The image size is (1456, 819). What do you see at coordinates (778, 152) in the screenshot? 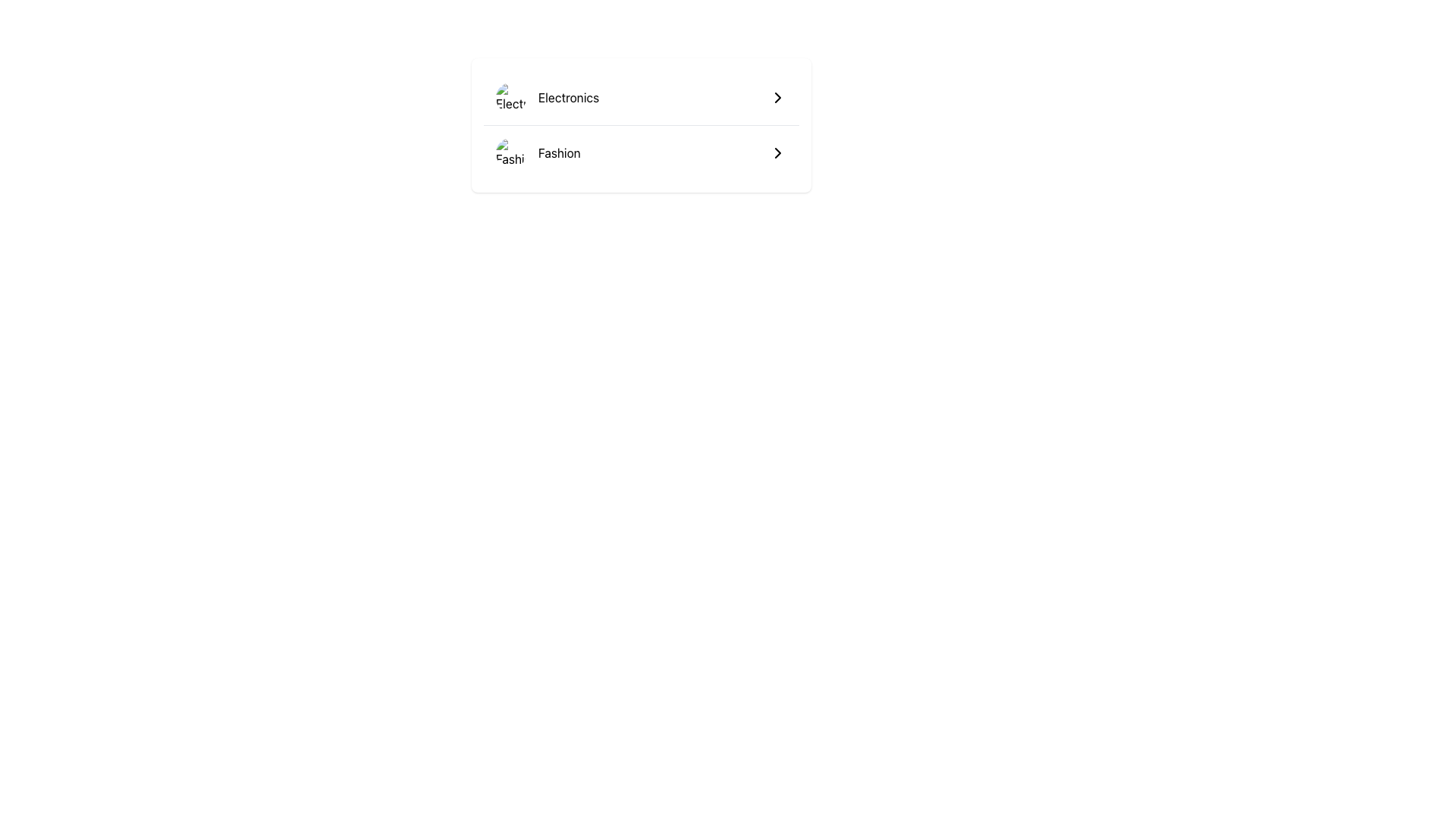
I see `the Chevron right navigation icon located at the far-right end of the 'Fashion' row in the vertical menu list` at bounding box center [778, 152].